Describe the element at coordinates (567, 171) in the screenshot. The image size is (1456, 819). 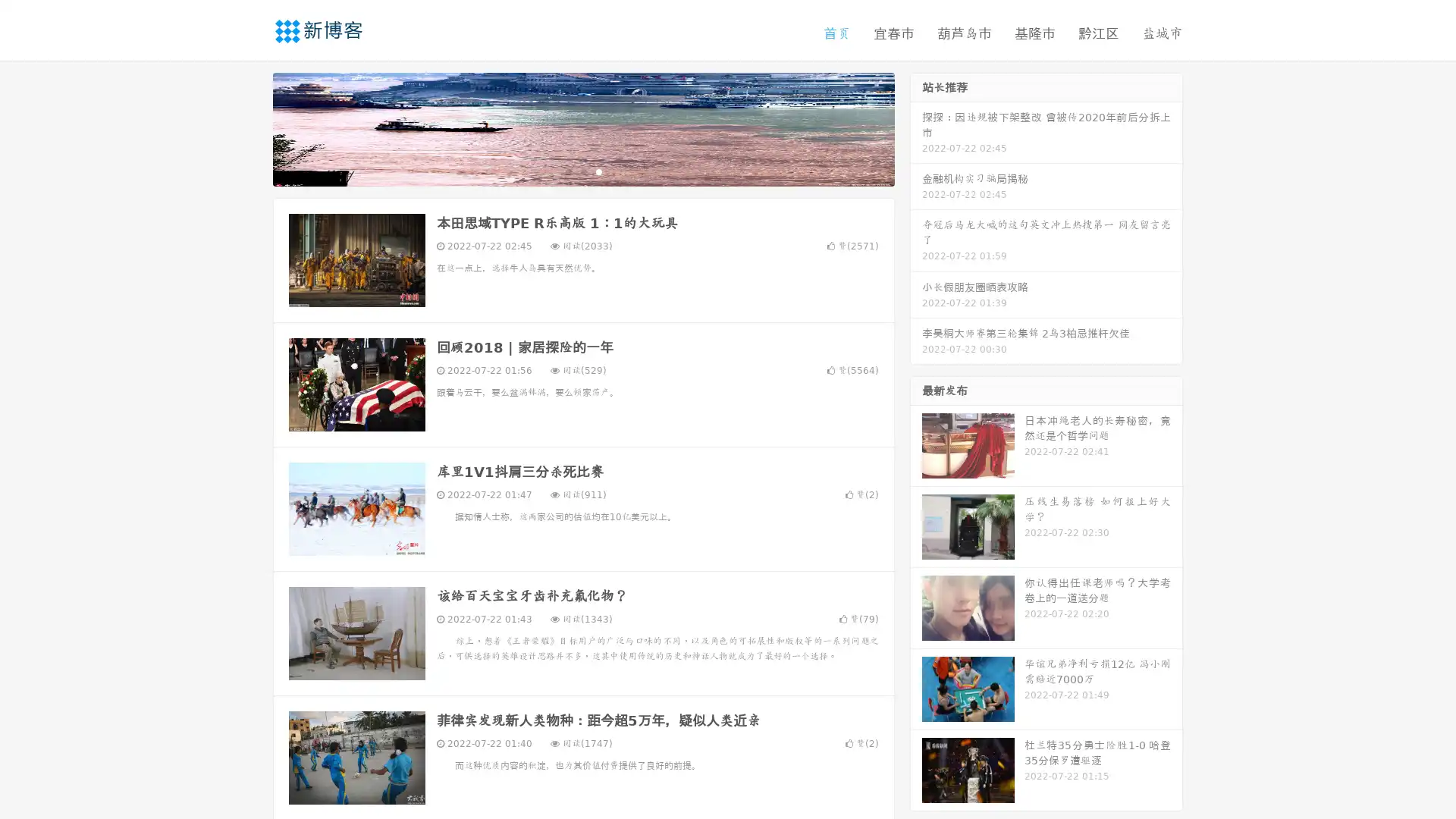
I see `Go to slide 1` at that location.